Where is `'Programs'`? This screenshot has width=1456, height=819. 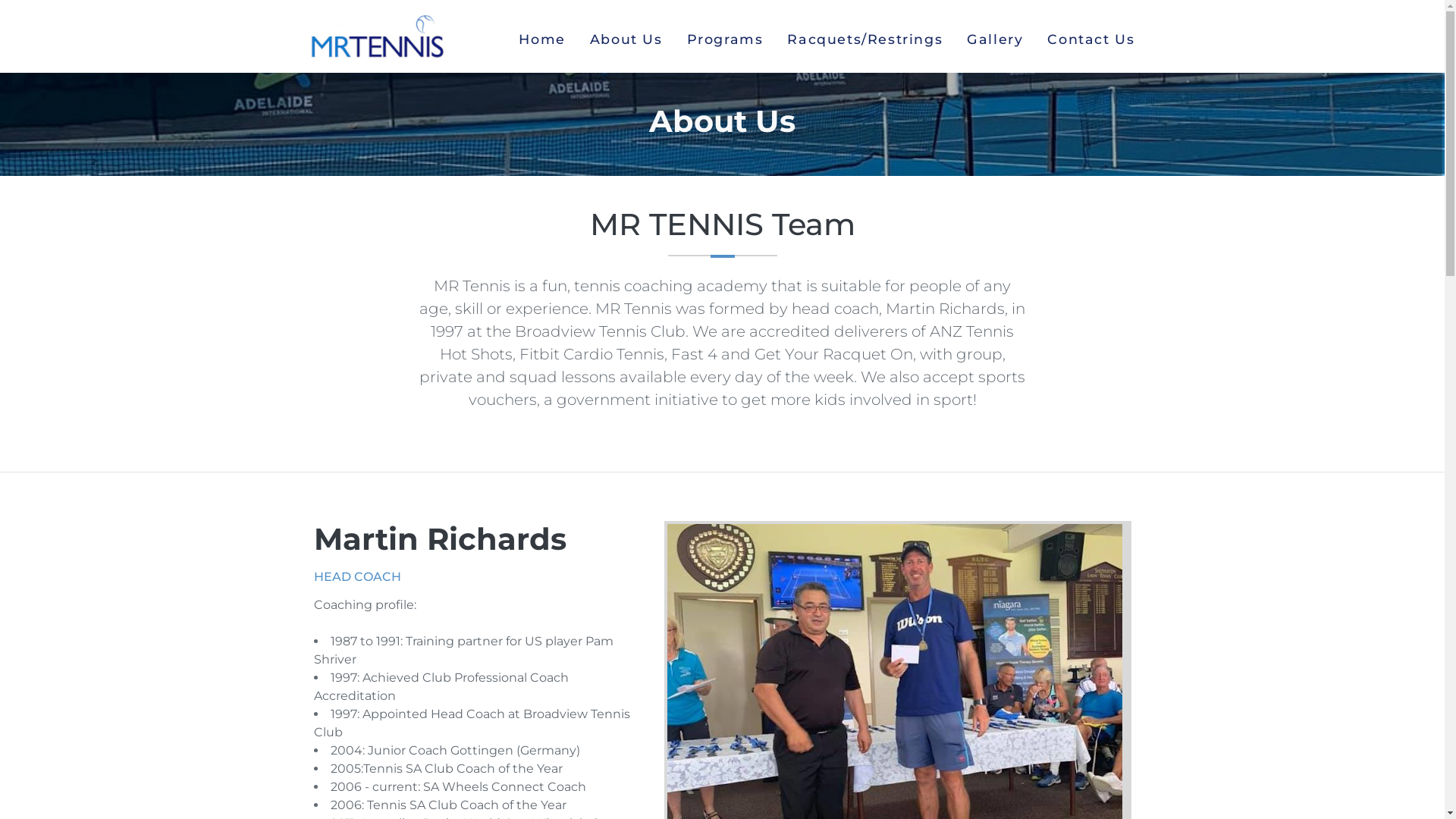
'Programs' is located at coordinates (724, 38).